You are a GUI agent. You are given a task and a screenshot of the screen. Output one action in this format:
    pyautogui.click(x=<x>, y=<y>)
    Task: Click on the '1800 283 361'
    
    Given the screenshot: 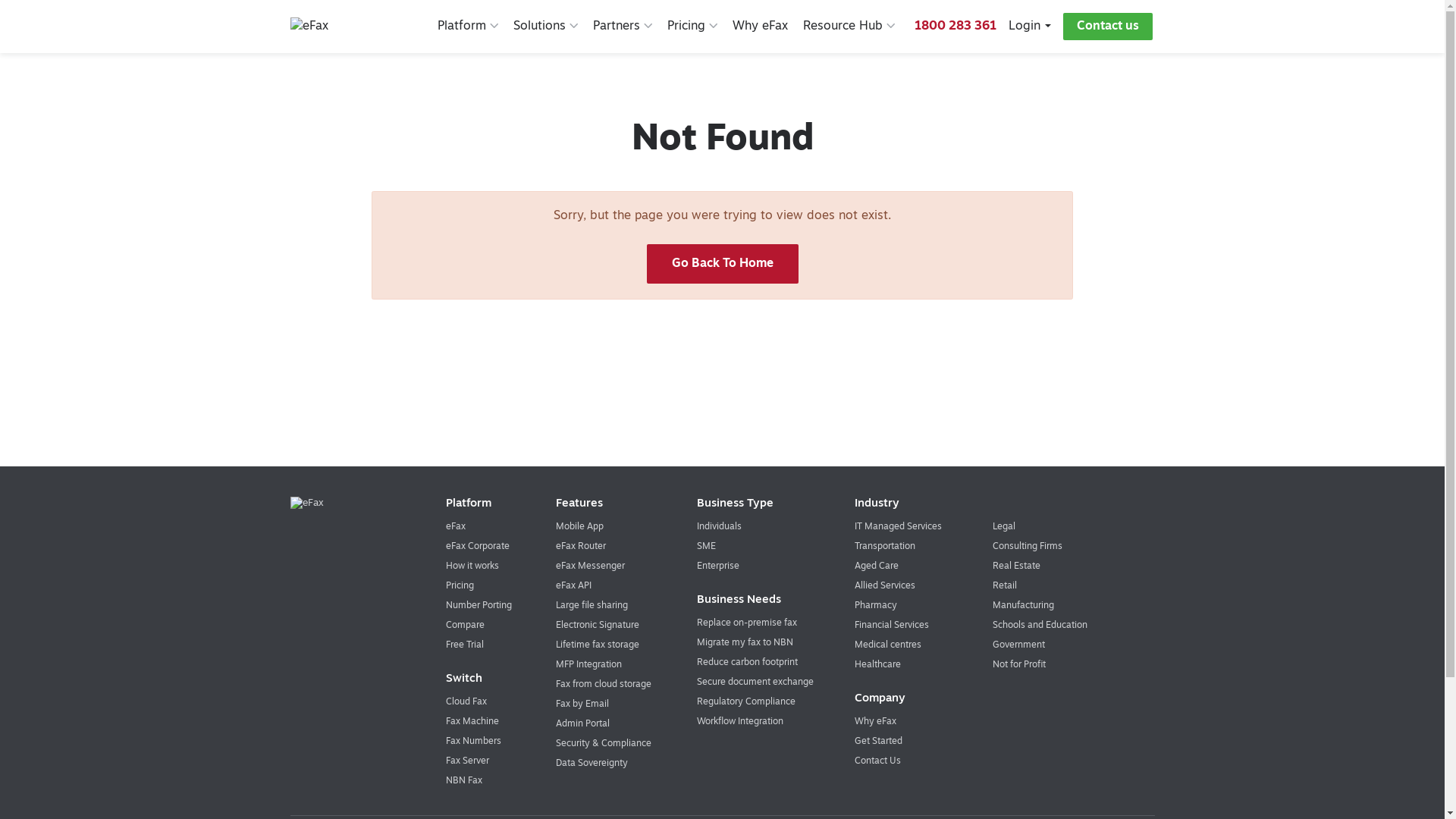 What is the action you would take?
    pyautogui.click(x=913, y=26)
    